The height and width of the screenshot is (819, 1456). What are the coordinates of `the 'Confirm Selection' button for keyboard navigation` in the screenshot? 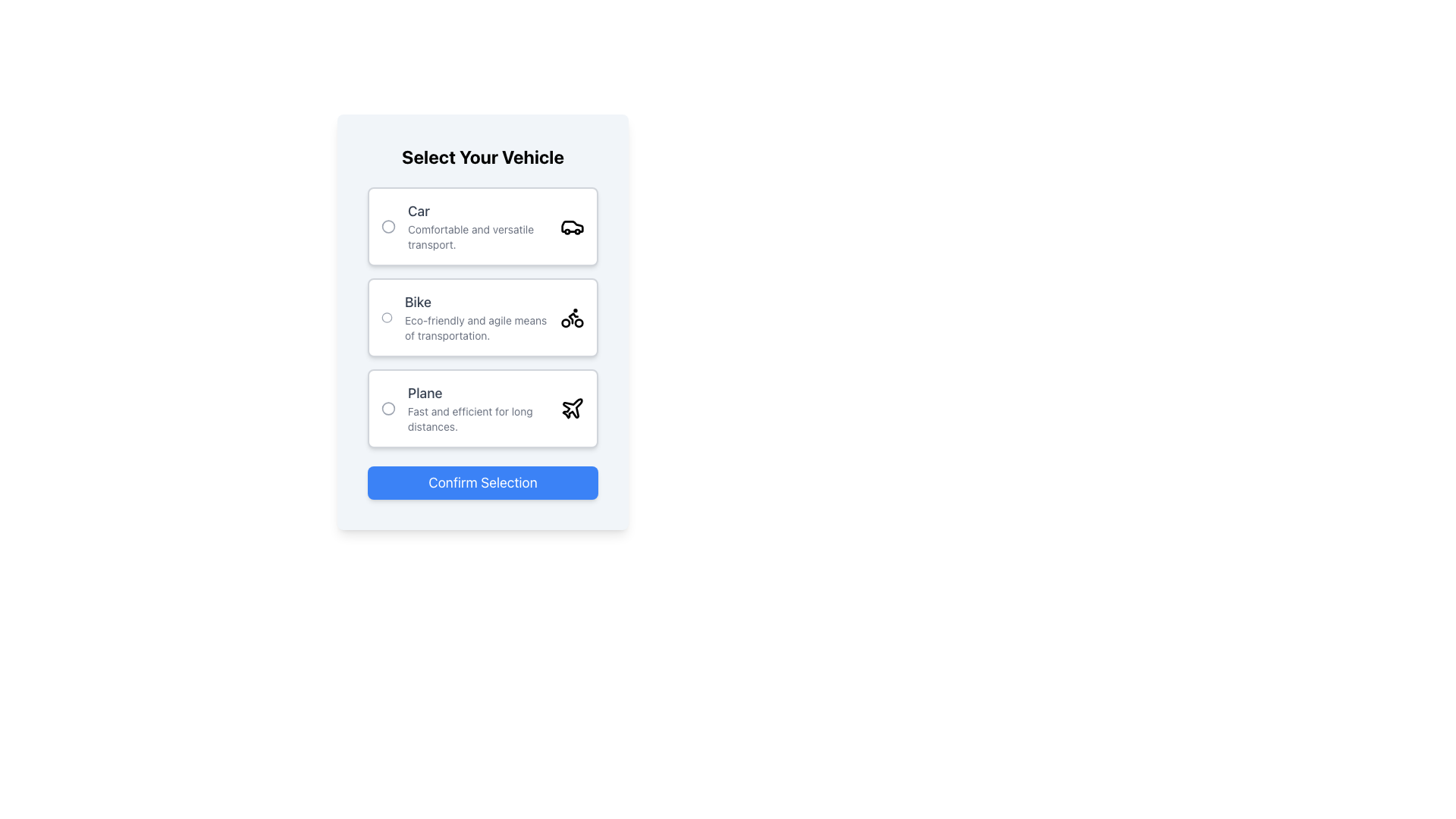 It's located at (482, 482).